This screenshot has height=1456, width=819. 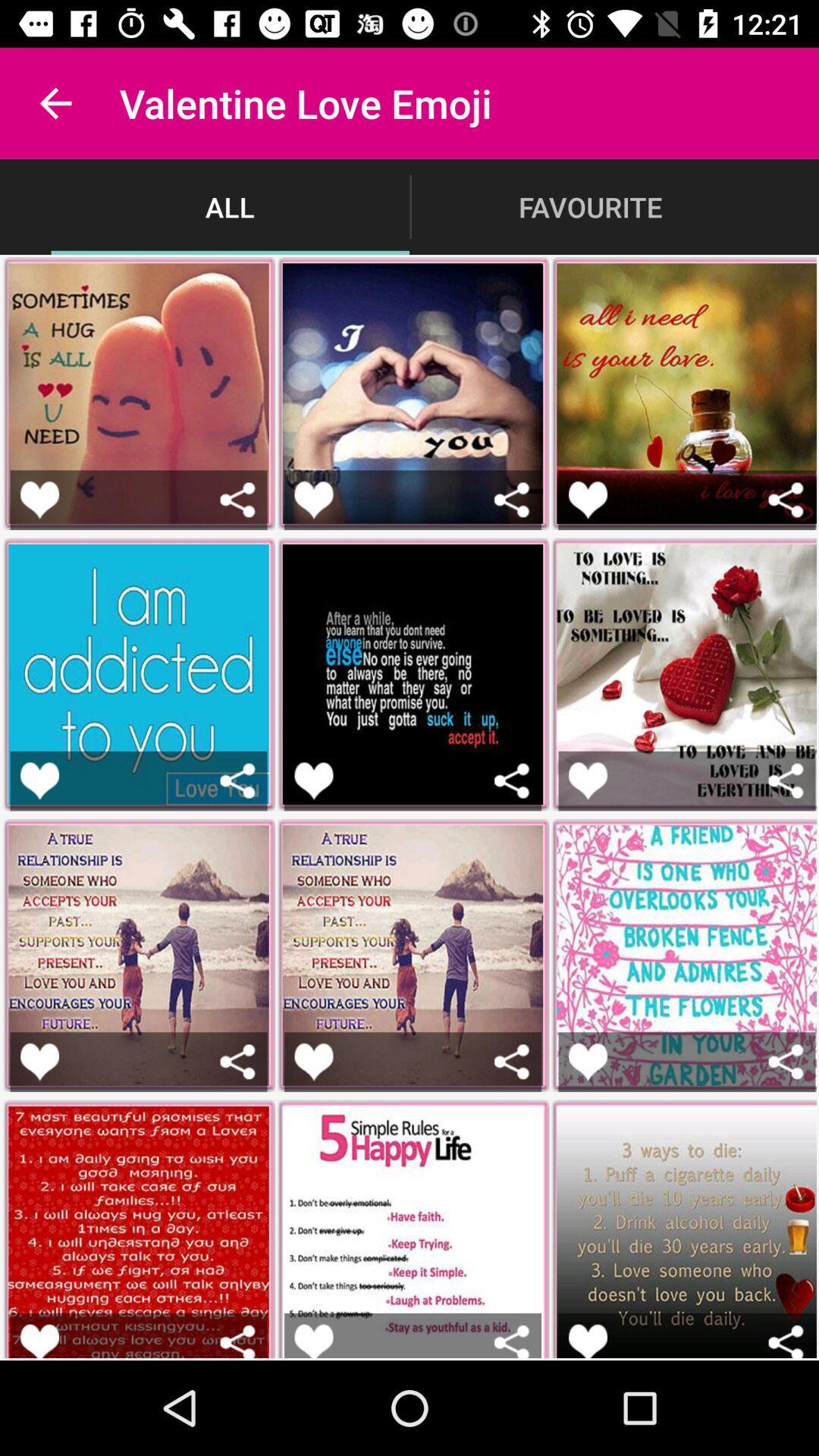 What do you see at coordinates (587, 780) in the screenshot?
I see `to favorite` at bounding box center [587, 780].